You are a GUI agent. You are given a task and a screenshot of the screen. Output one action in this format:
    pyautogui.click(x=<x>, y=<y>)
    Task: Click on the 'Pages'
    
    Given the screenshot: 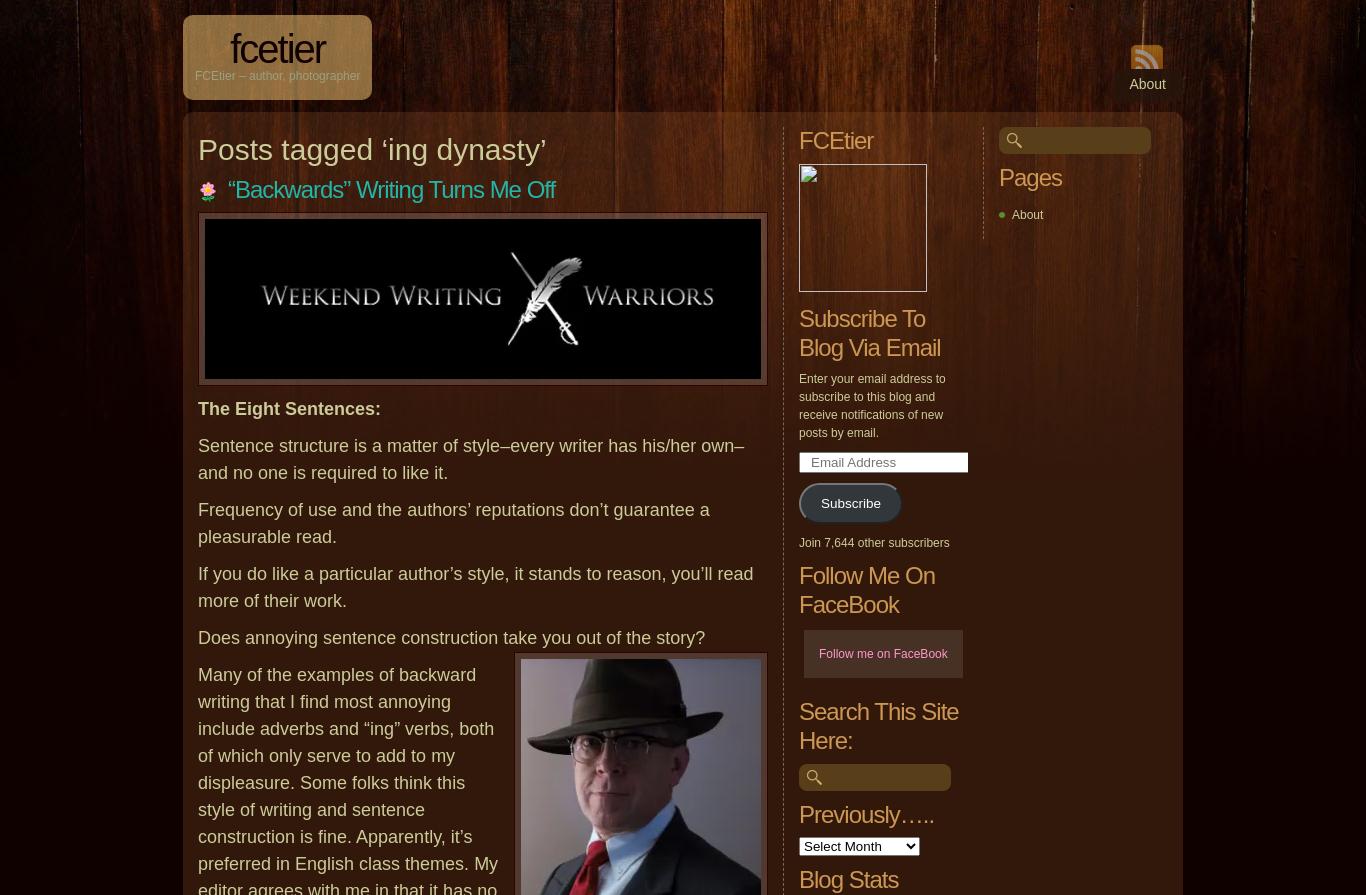 What is the action you would take?
    pyautogui.click(x=1029, y=177)
    